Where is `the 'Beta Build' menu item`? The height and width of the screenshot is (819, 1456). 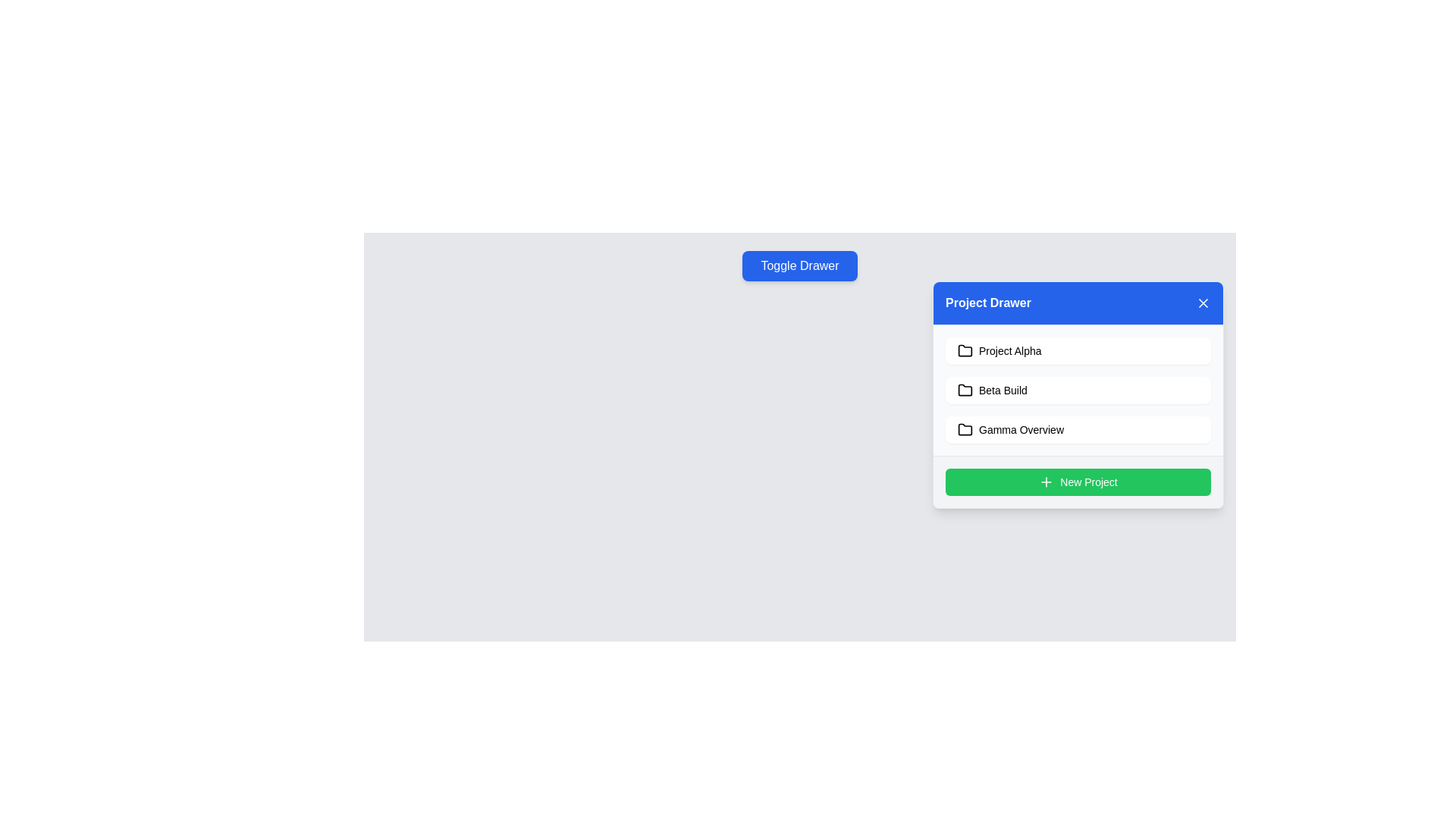 the 'Beta Build' menu item is located at coordinates (1077, 394).